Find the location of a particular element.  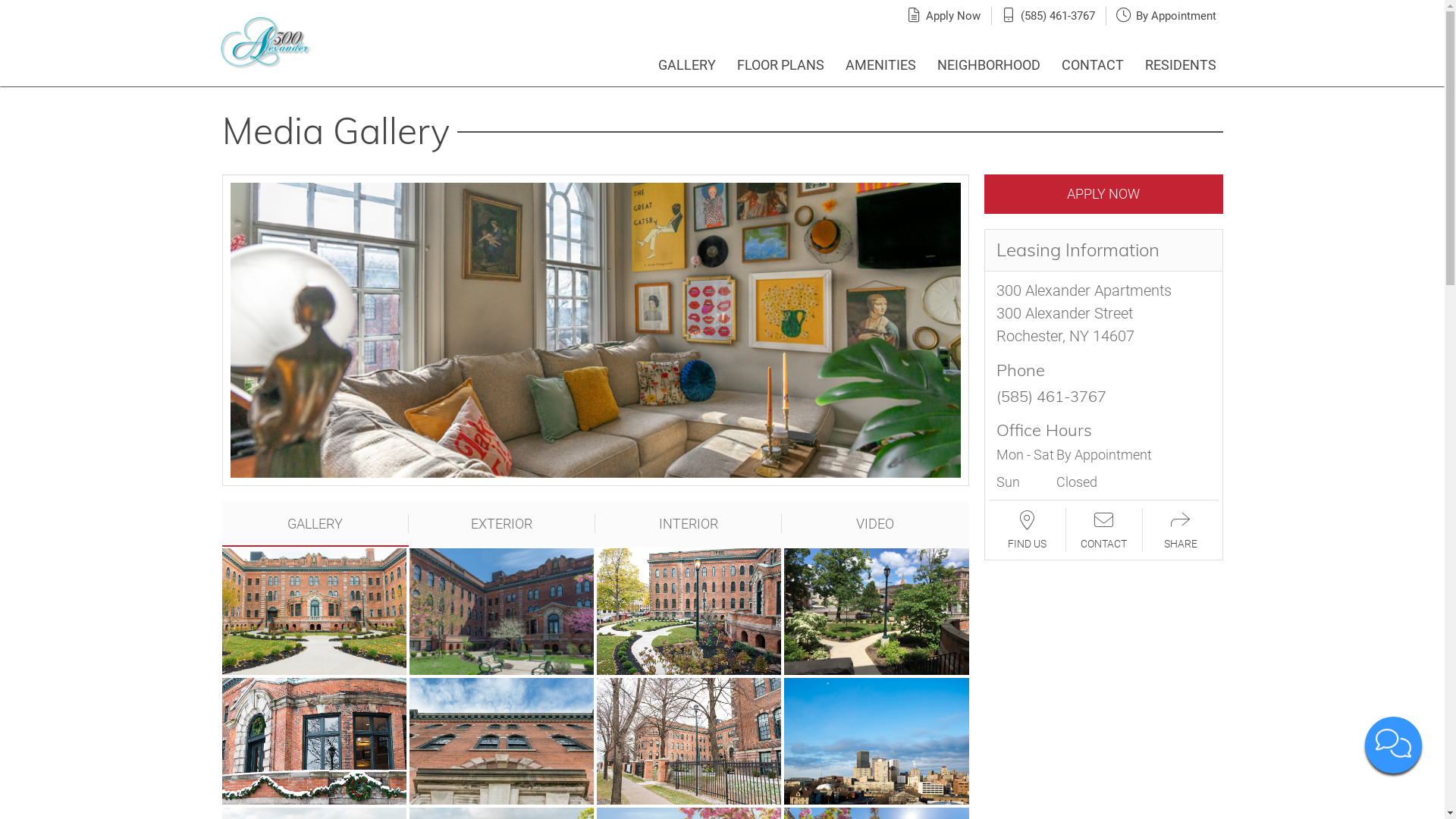

'FLOOR PLANS' is located at coordinates (780, 58).